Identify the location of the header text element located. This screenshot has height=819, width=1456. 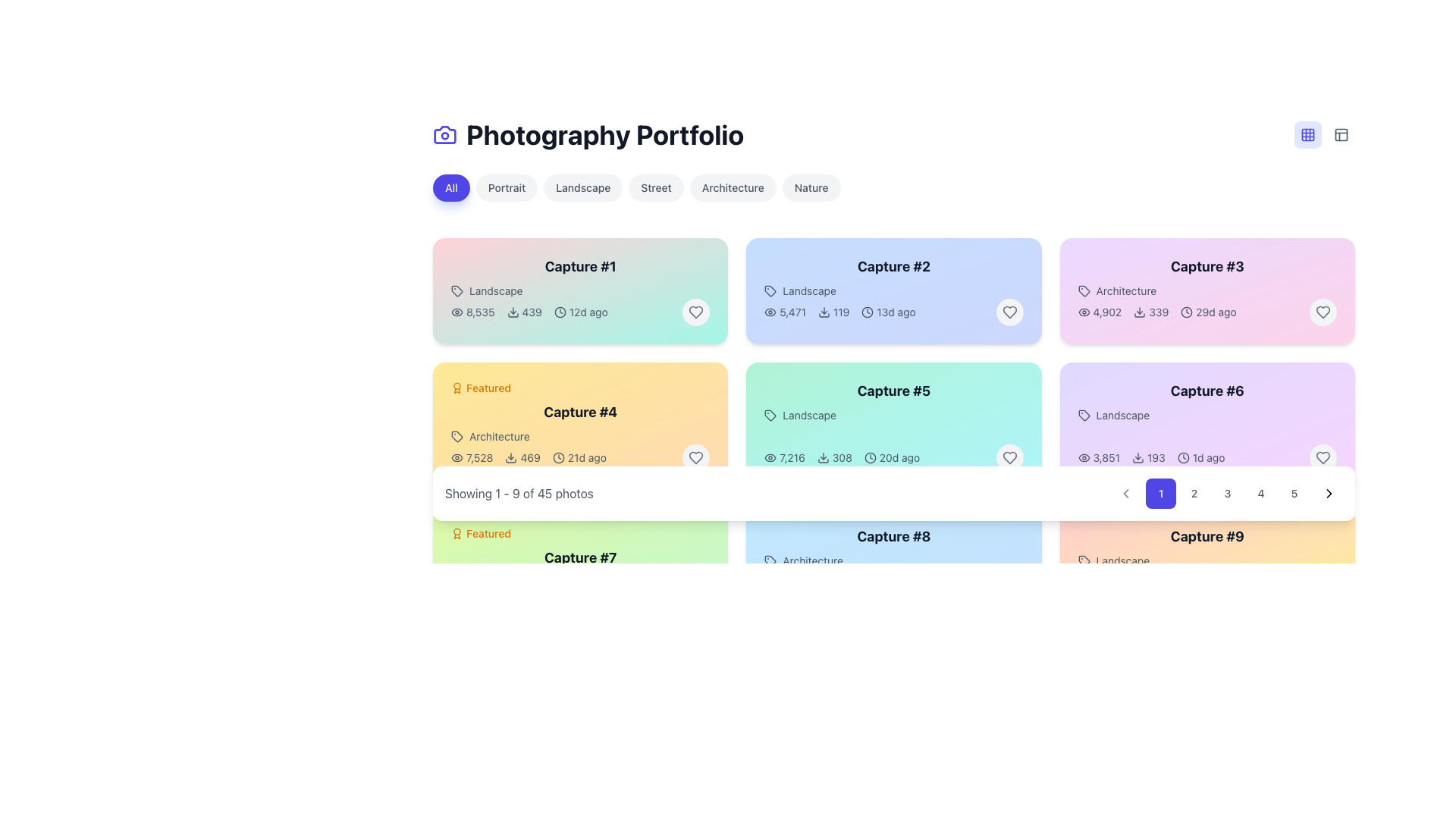
(894, 391).